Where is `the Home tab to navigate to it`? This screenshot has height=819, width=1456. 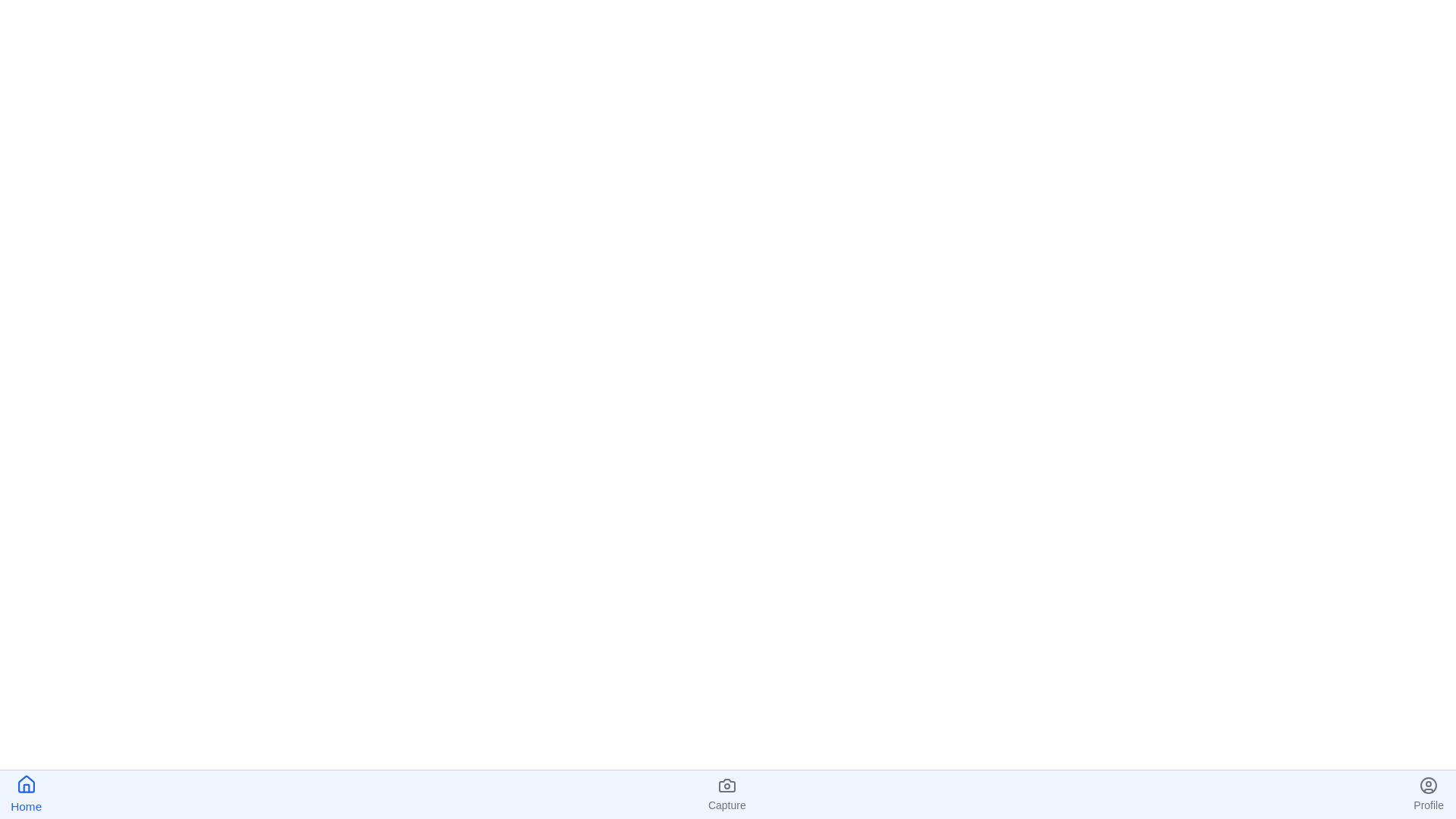
the Home tab to navigate to it is located at coordinates (26, 794).